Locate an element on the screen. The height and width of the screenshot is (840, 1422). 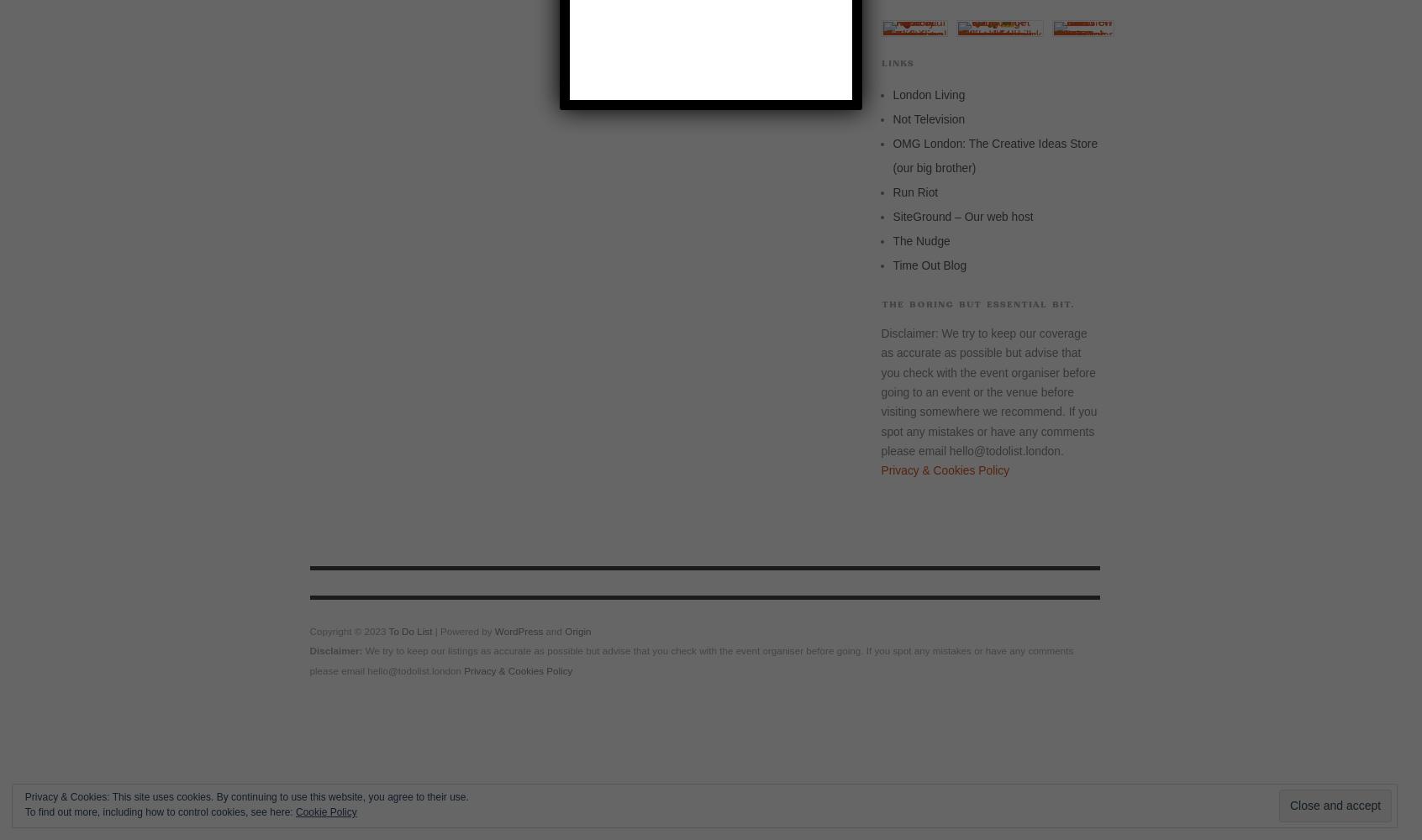
'We try to keep our listings as accurate as possible but advise that you check with the event organiser before going. If you spot any mistakes or have any comments please email hello@todolist.london' is located at coordinates (309, 660).